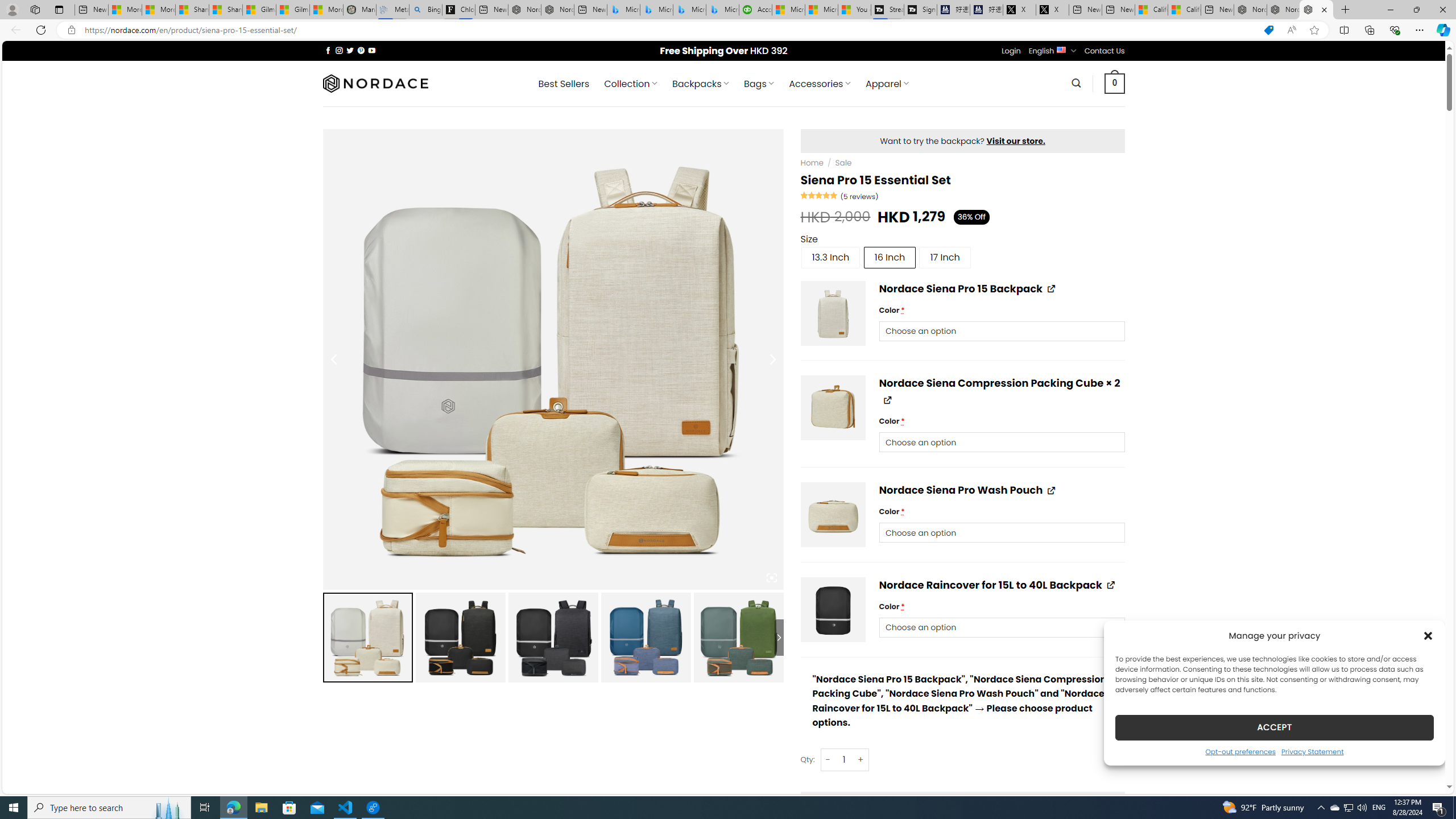  What do you see at coordinates (723, 9) in the screenshot?
I see `'Microsoft Bing Travel - Shangri-La Hotel Bangkok'` at bounding box center [723, 9].